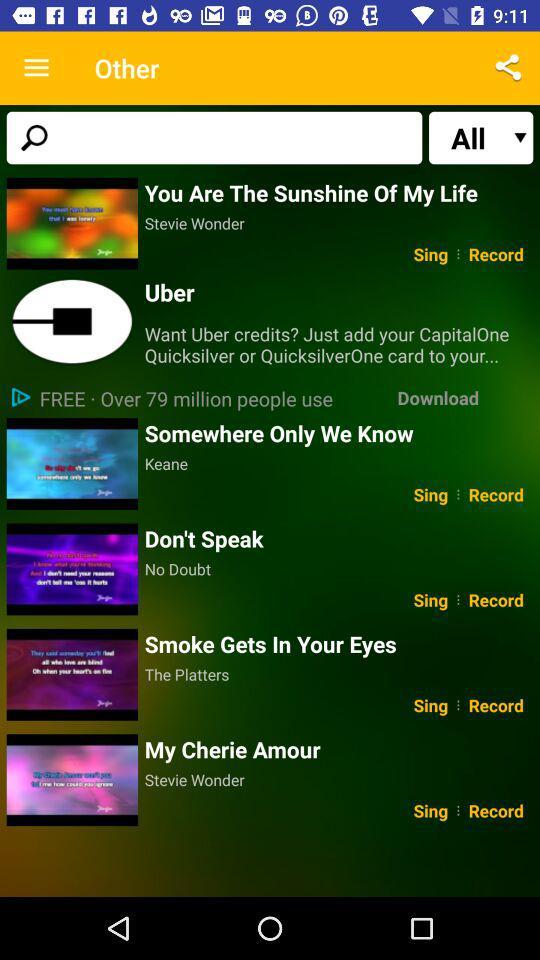 The image size is (540, 960). What do you see at coordinates (213, 136) in the screenshot?
I see `search bar` at bounding box center [213, 136].